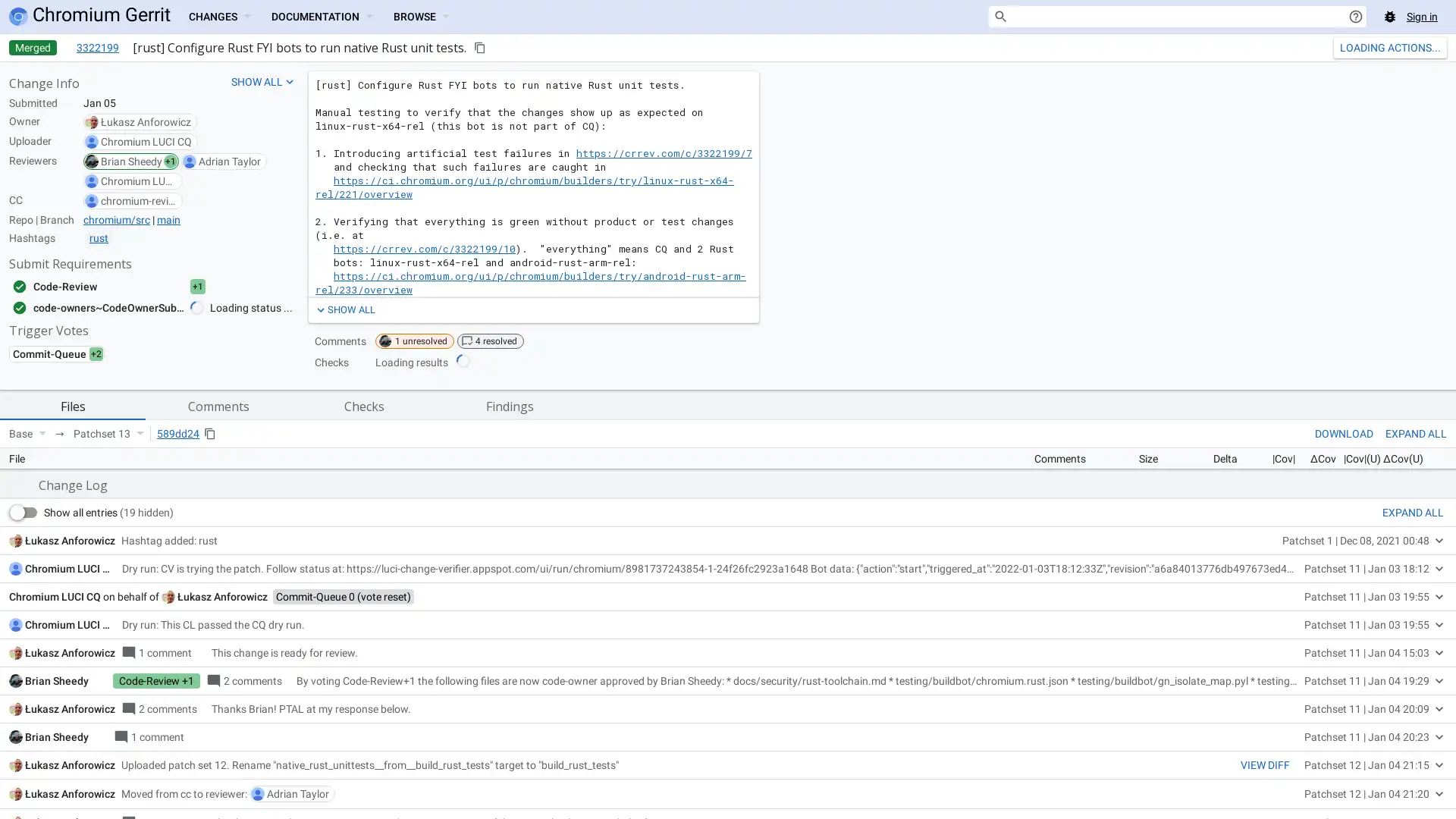  Describe the element at coordinates (1344, 433) in the screenshot. I see `DOWNLOAD` at that location.